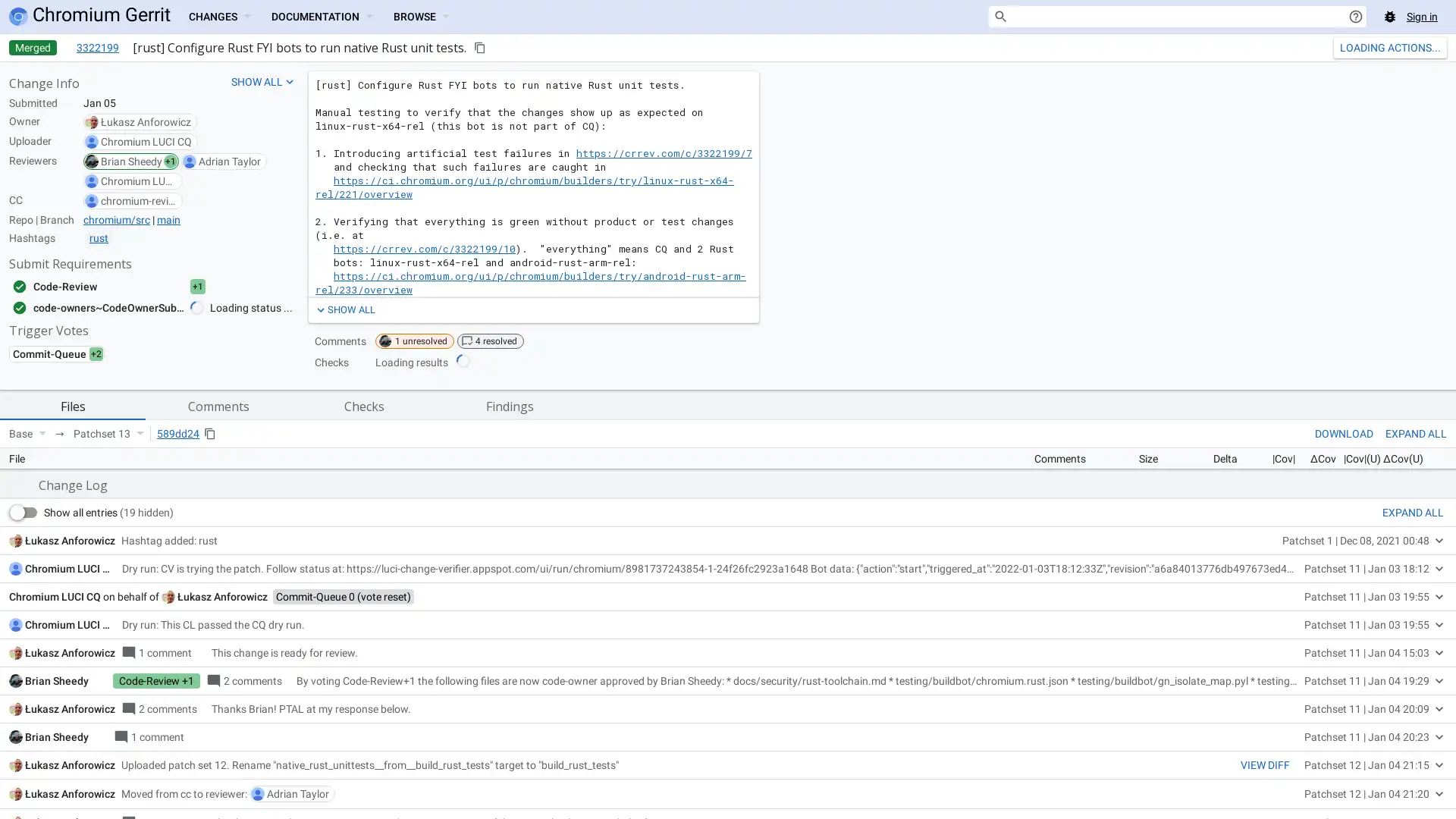  Describe the element at coordinates (1344, 433) in the screenshot. I see `DOWNLOAD` at that location.